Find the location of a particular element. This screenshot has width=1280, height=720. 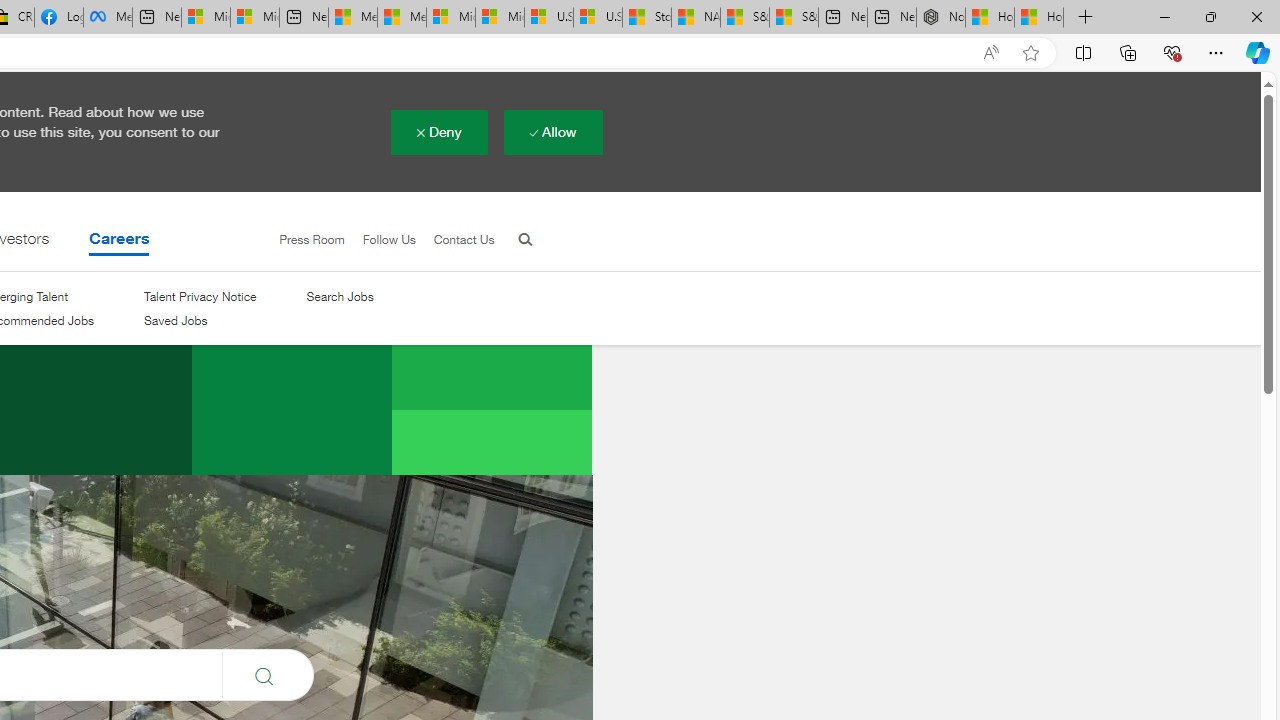

'Press Room' is located at coordinates (302, 239).